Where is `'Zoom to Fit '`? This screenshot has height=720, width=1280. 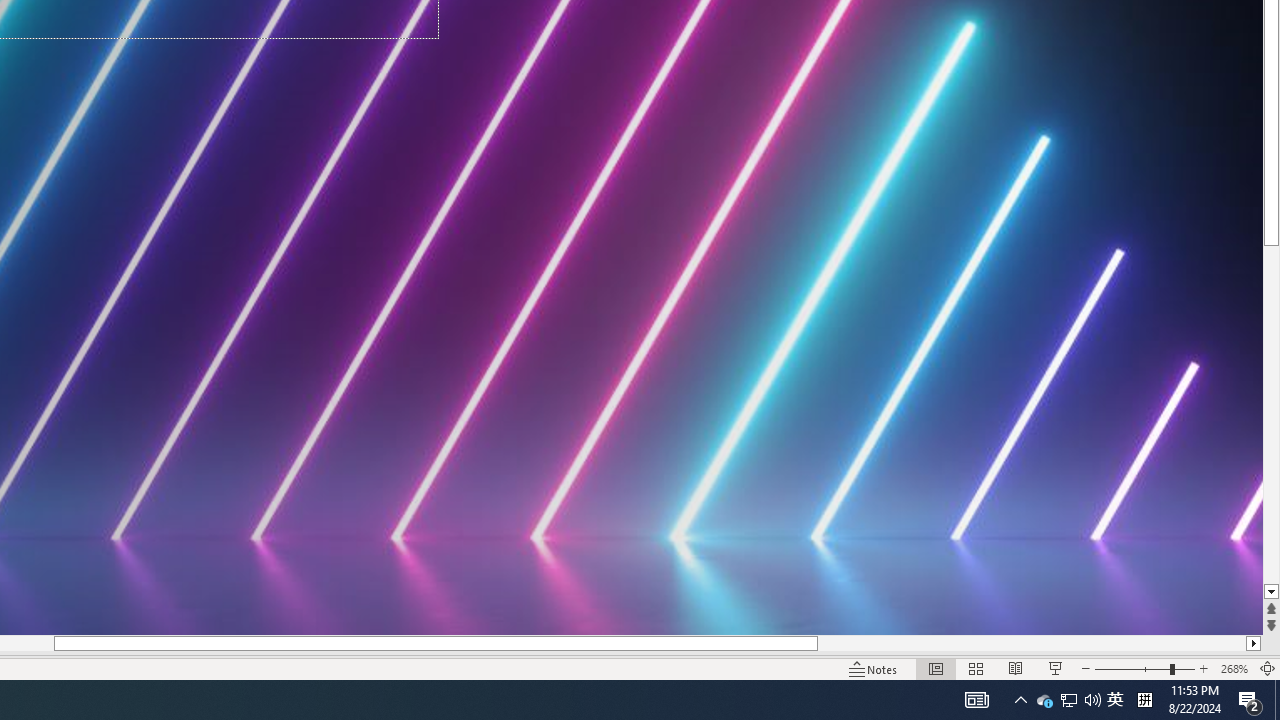
'Zoom to Fit ' is located at coordinates (1266, 669).